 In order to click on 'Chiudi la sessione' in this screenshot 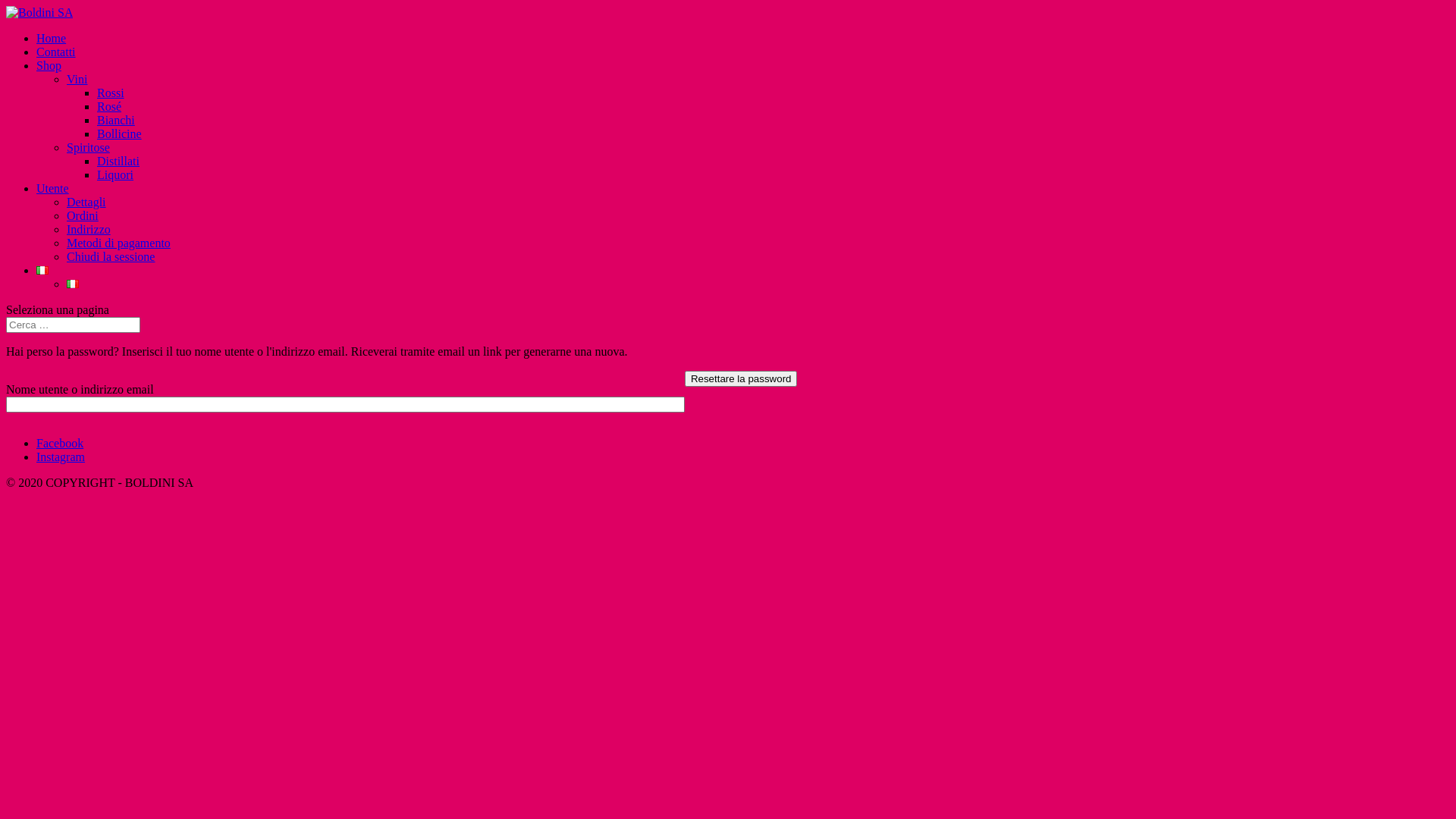, I will do `click(109, 256)`.